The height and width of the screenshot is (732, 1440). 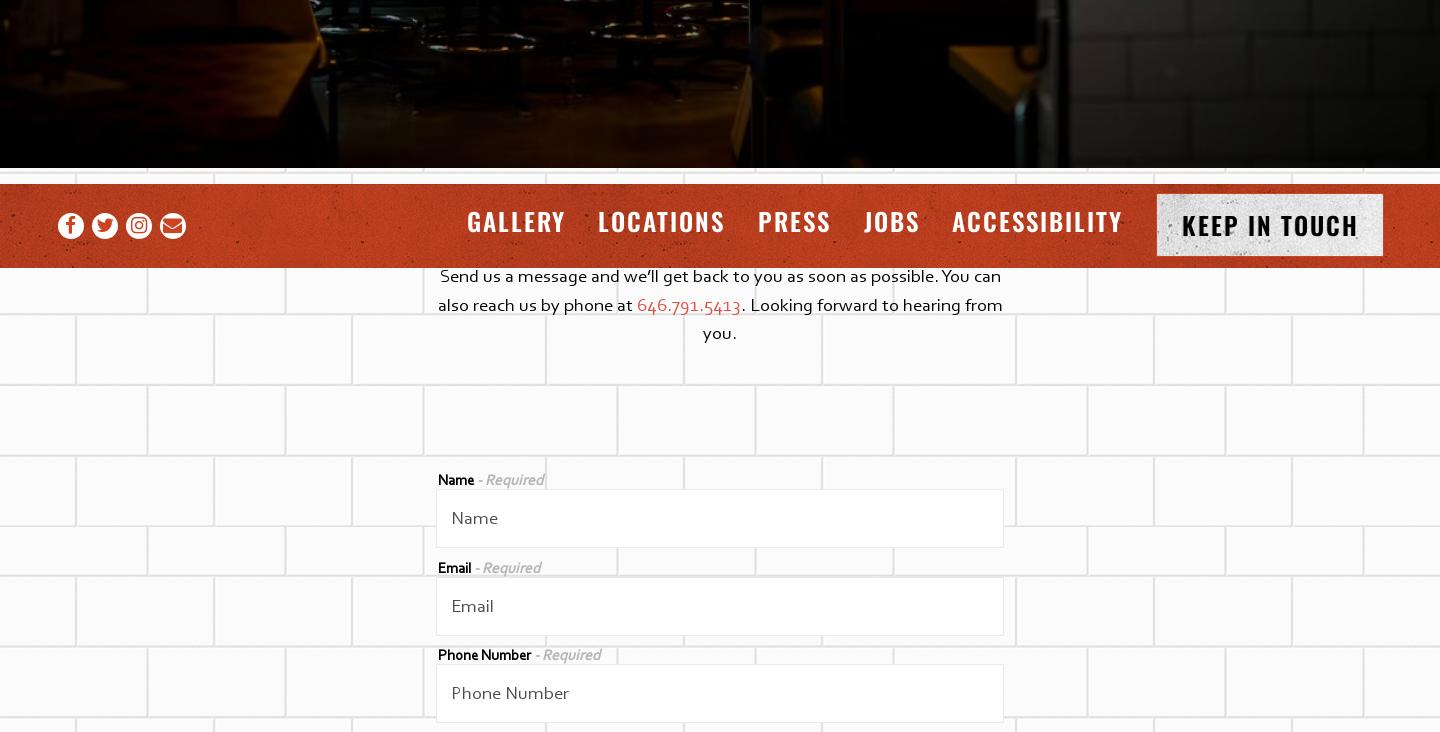 I want to click on 'Send us a message and we’ll get back to you as soon as possible. You can also reach us by phone at', so click(x=718, y=290).